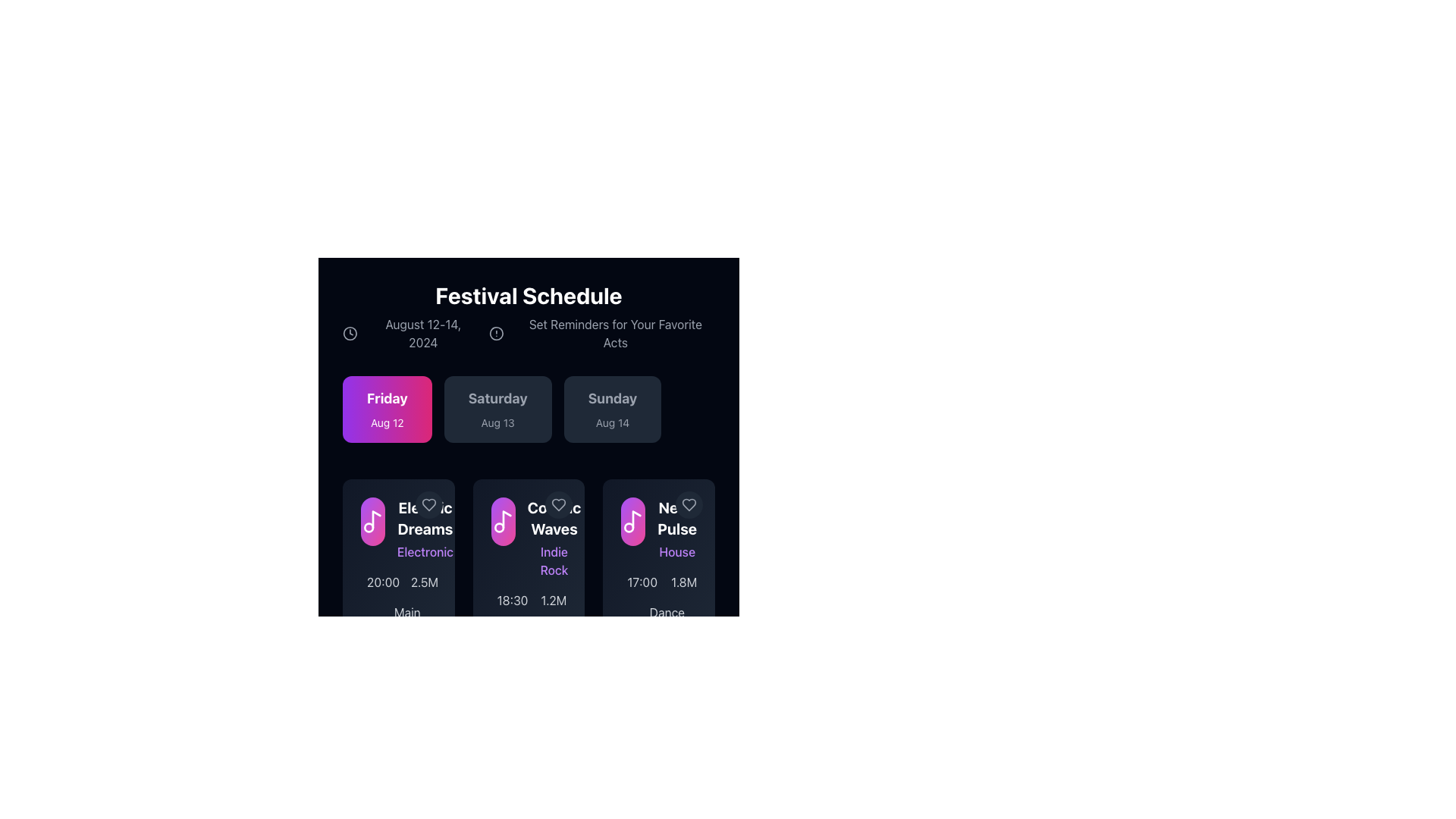 This screenshot has height=819, width=1456. What do you see at coordinates (612, 423) in the screenshot?
I see `the Text label providing additional information about the date, located below the 'Sunday' label in the date selection card` at bounding box center [612, 423].